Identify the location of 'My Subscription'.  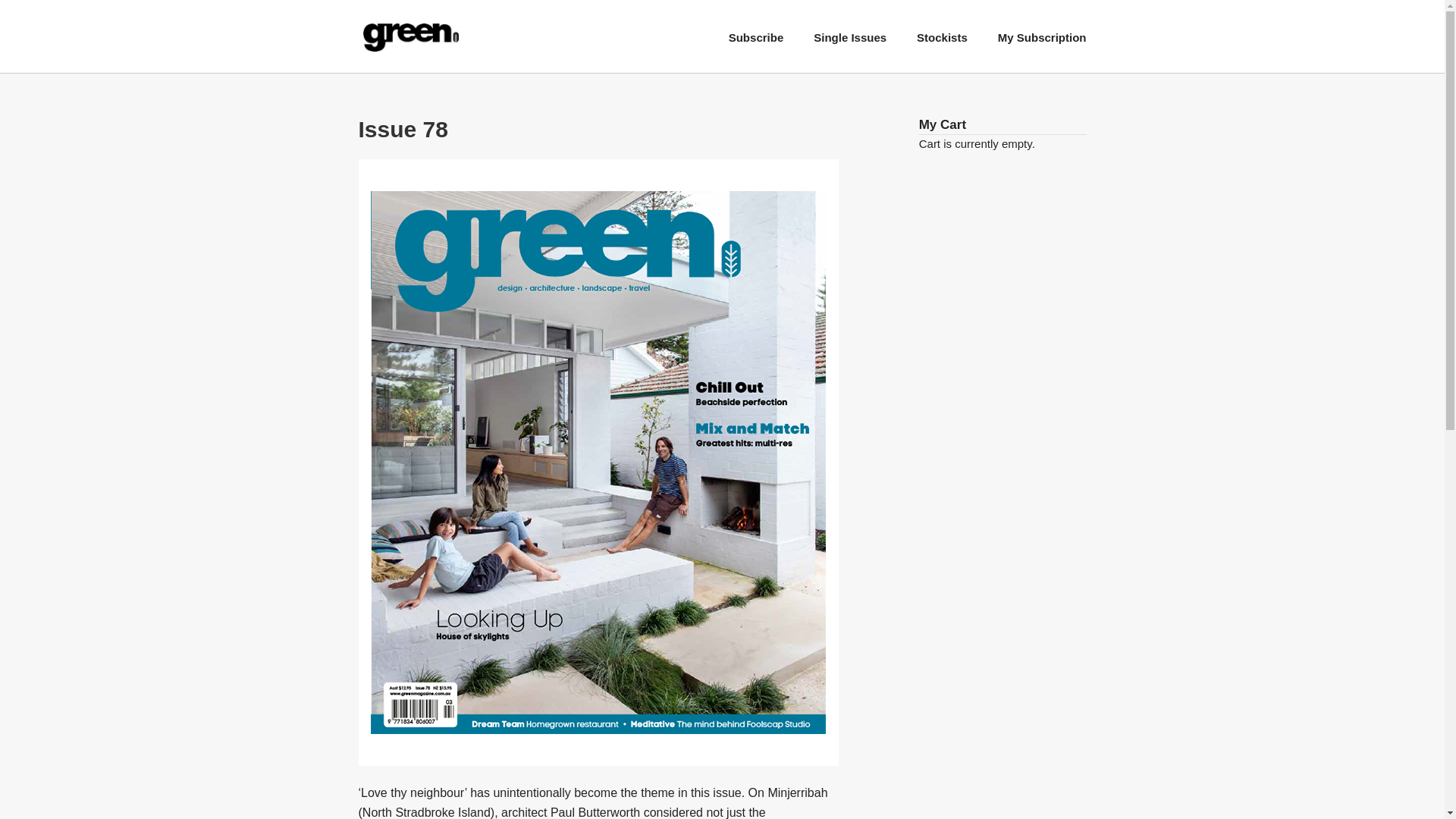
(997, 36).